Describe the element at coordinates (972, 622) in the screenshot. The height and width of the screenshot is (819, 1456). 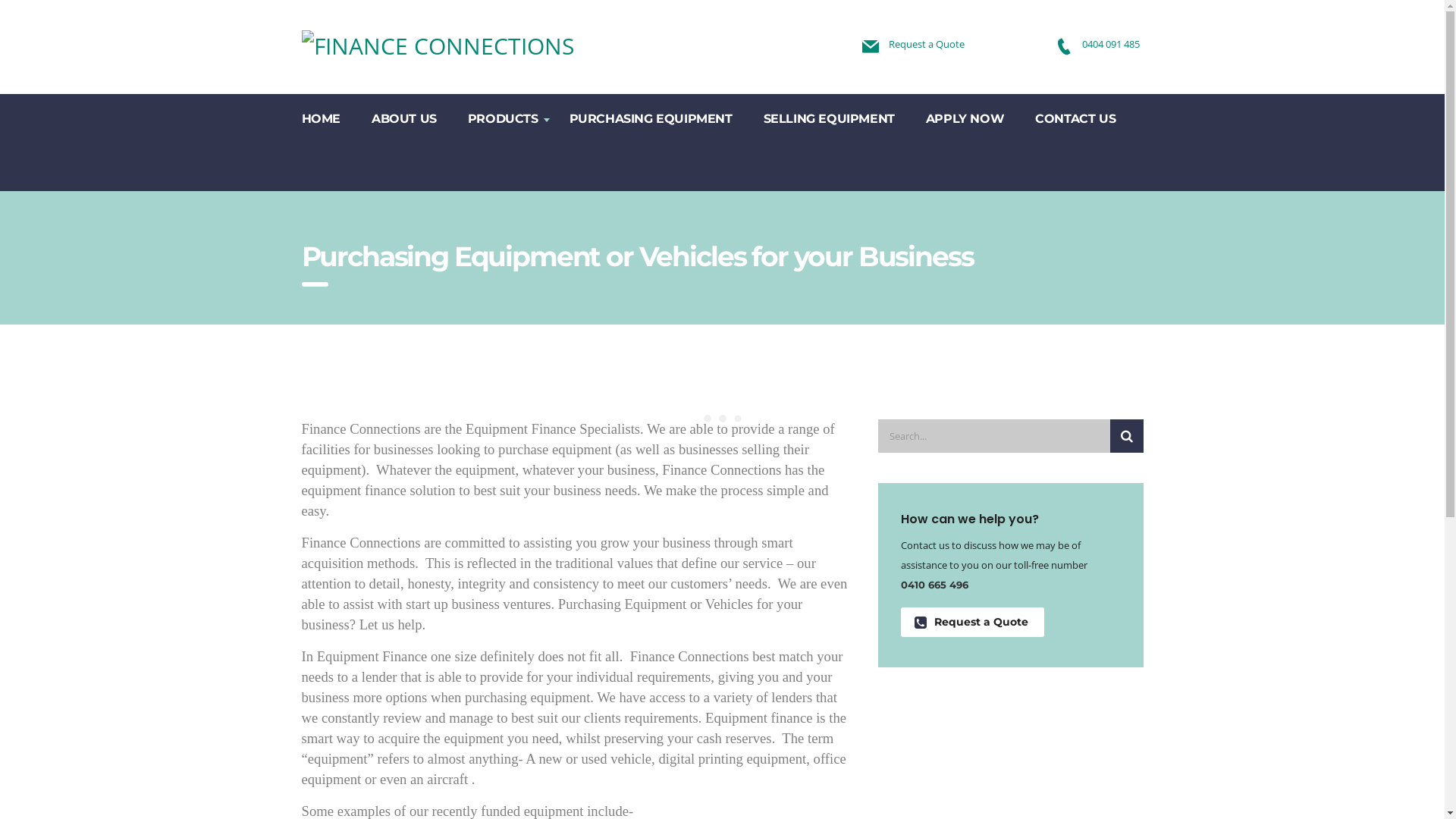
I see `'Request a Quote'` at that location.